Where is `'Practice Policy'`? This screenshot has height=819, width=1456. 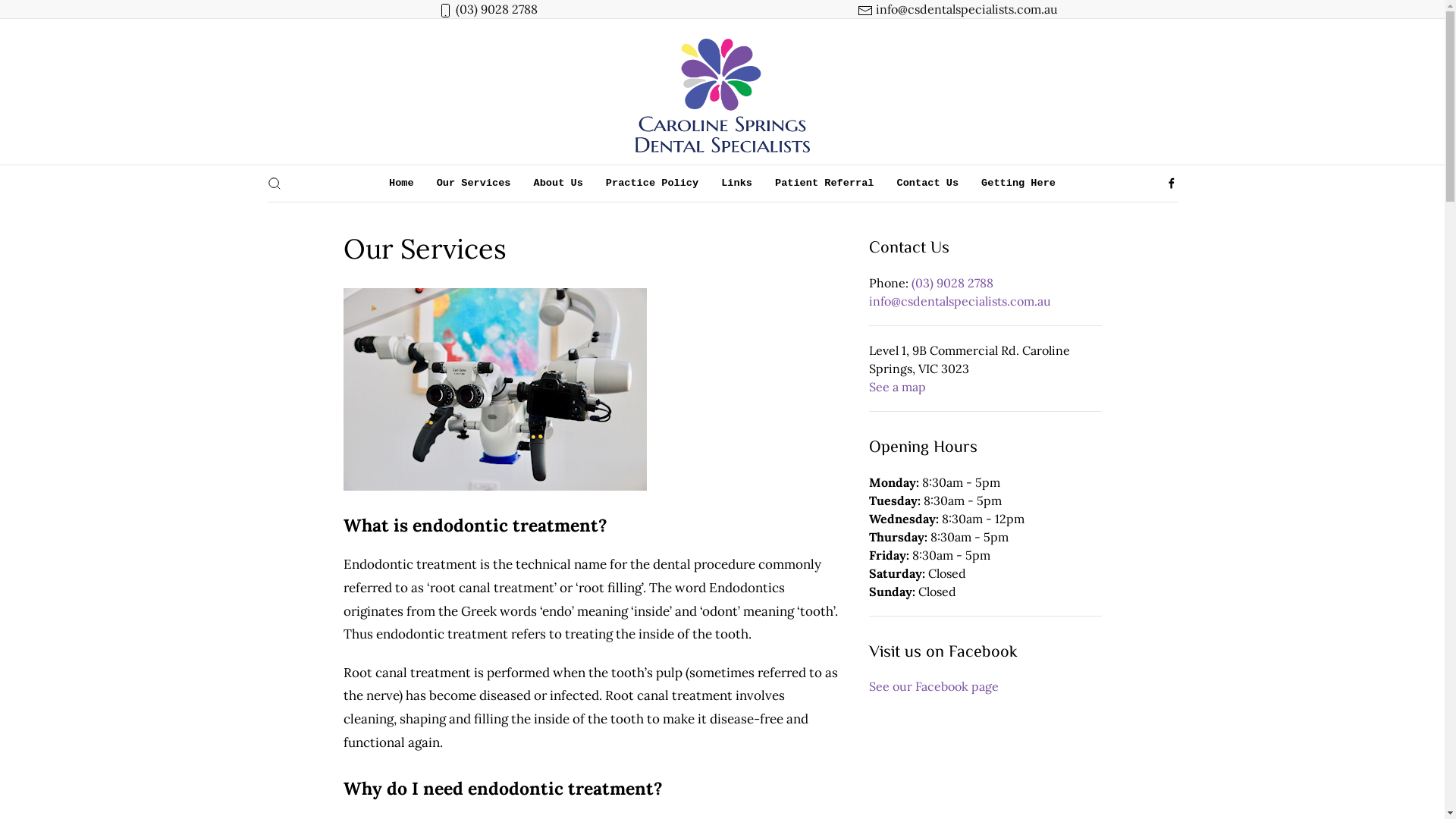 'Practice Policy' is located at coordinates (651, 183).